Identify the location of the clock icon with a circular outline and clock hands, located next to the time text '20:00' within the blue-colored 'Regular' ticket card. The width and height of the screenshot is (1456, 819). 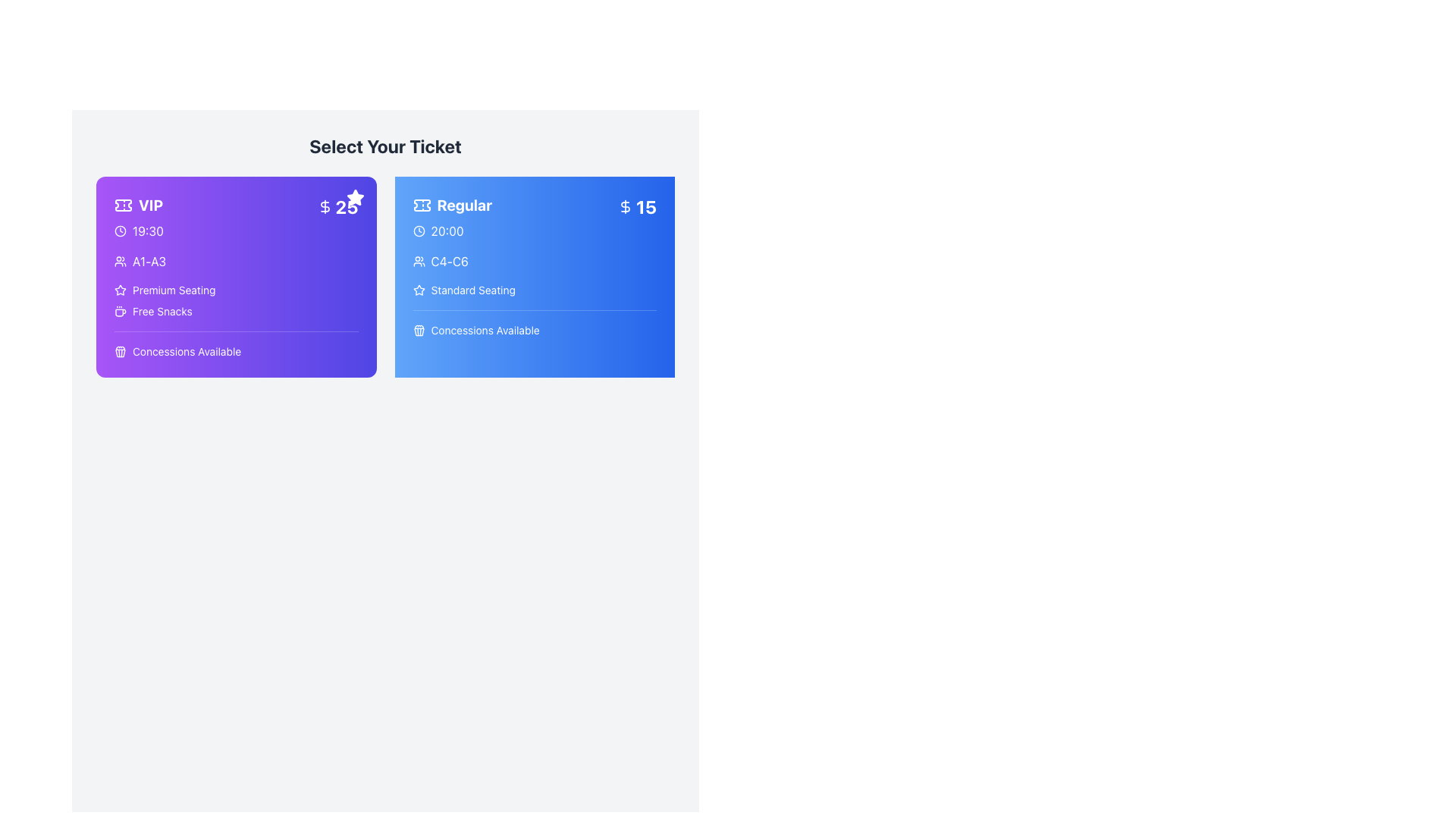
(419, 231).